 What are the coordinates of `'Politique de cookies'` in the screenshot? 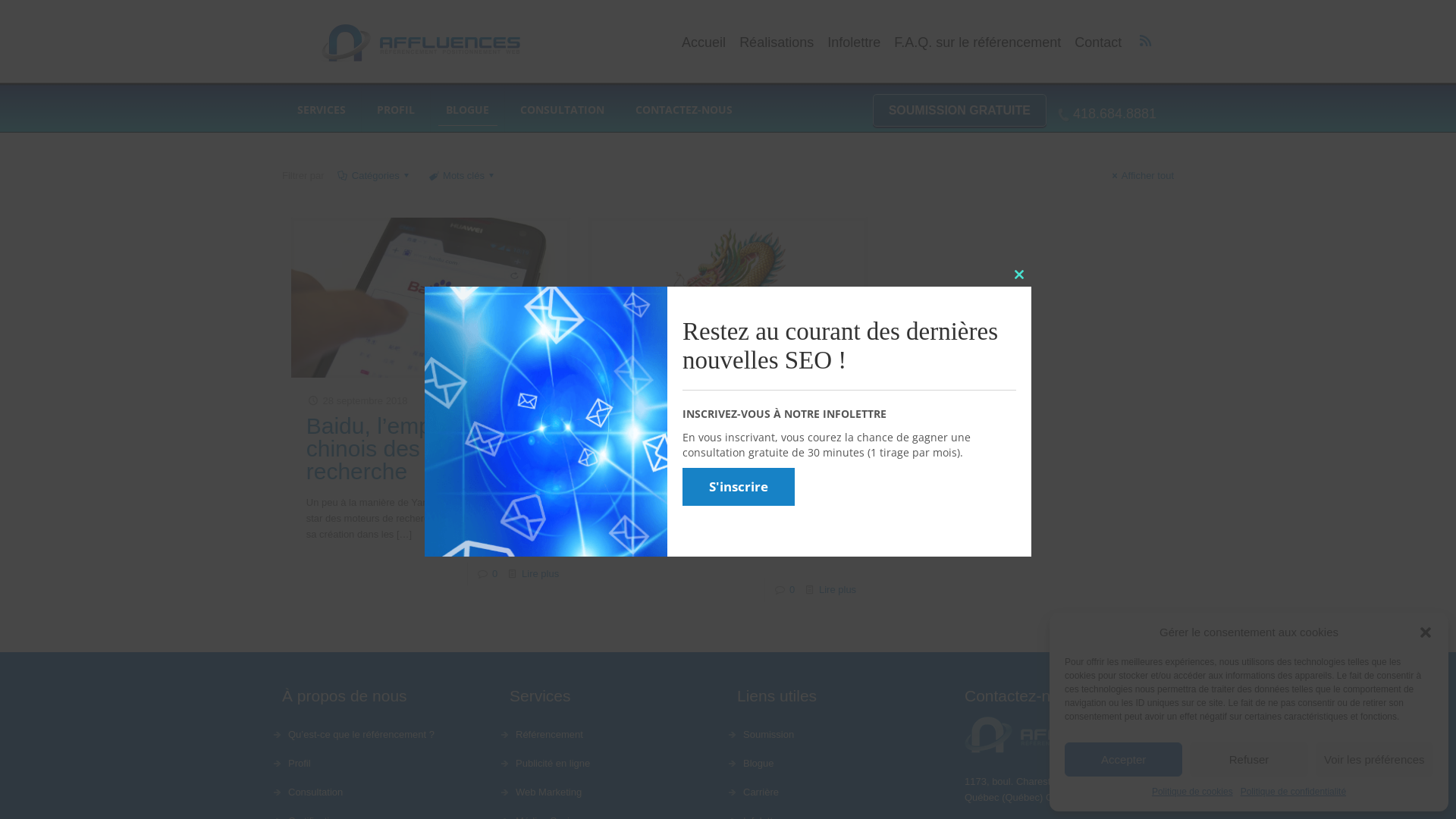 It's located at (1191, 791).